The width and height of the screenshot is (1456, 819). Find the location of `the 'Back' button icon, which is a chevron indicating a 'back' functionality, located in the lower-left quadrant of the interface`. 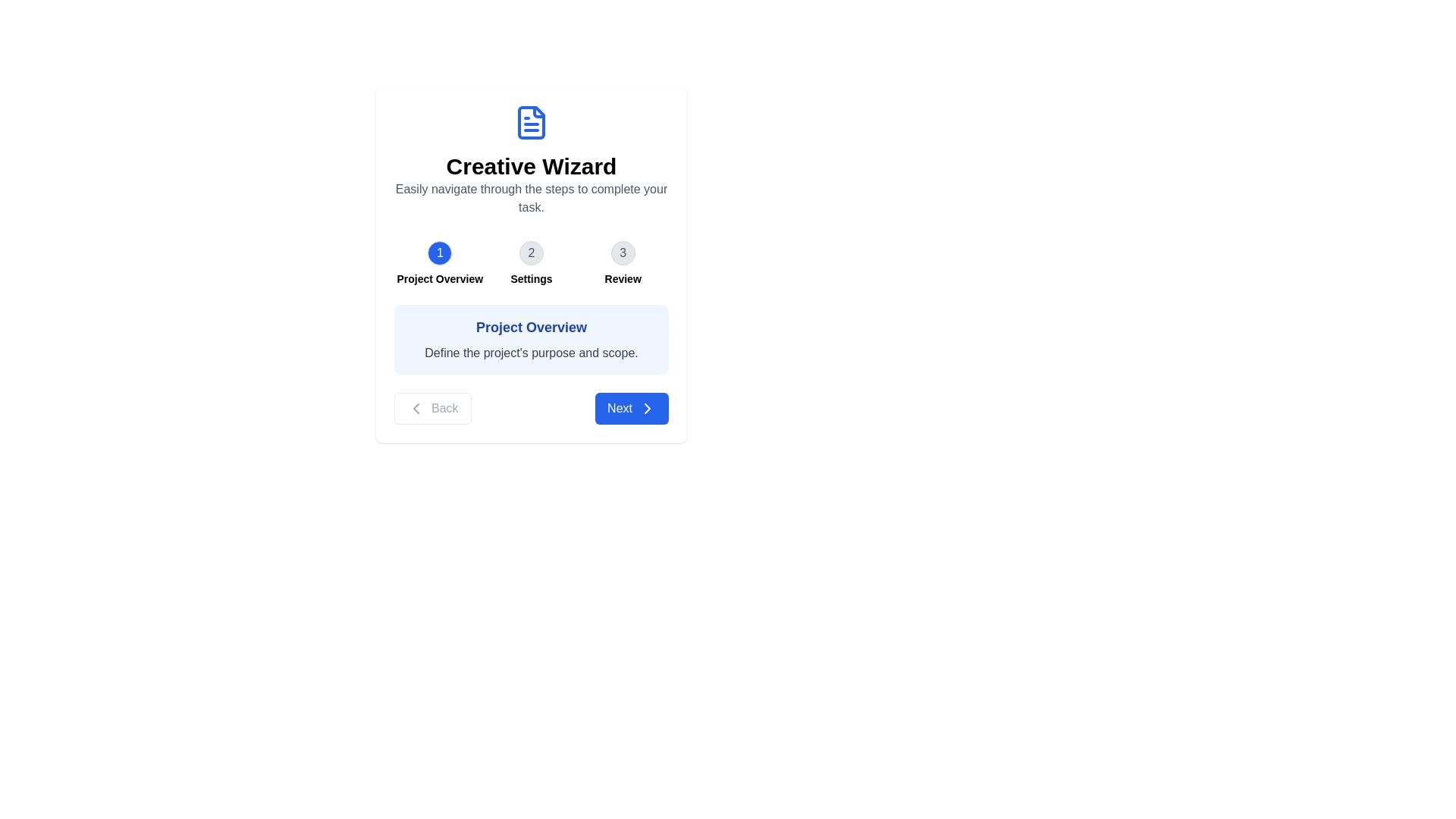

the 'Back' button icon, which is a chevron indicating a 'back' functionality, located in the lower-left quadrant of the interface is located at coordinates (416, 408).